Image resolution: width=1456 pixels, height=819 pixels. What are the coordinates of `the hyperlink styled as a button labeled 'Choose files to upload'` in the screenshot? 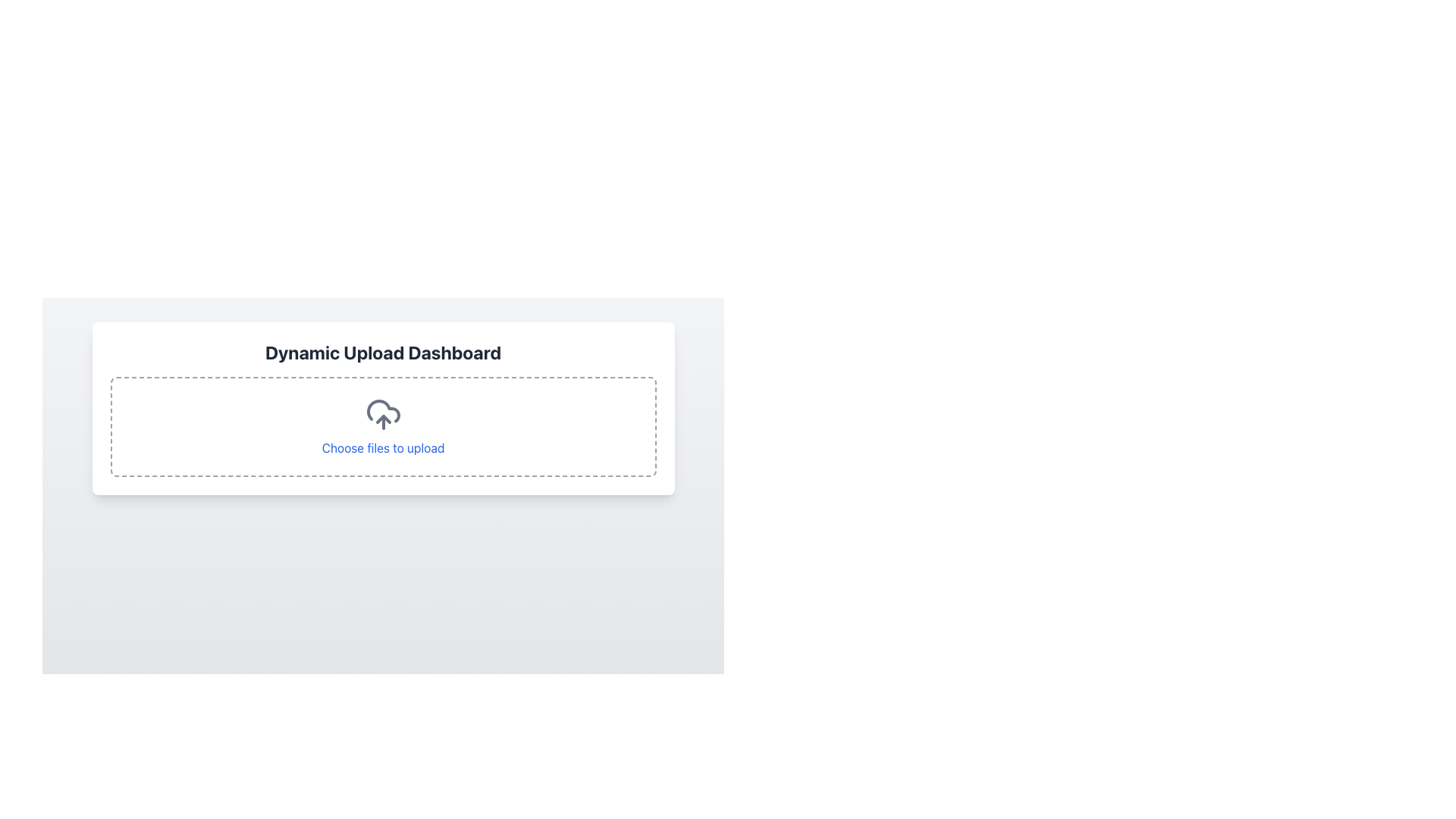 It's located at (383, 447).